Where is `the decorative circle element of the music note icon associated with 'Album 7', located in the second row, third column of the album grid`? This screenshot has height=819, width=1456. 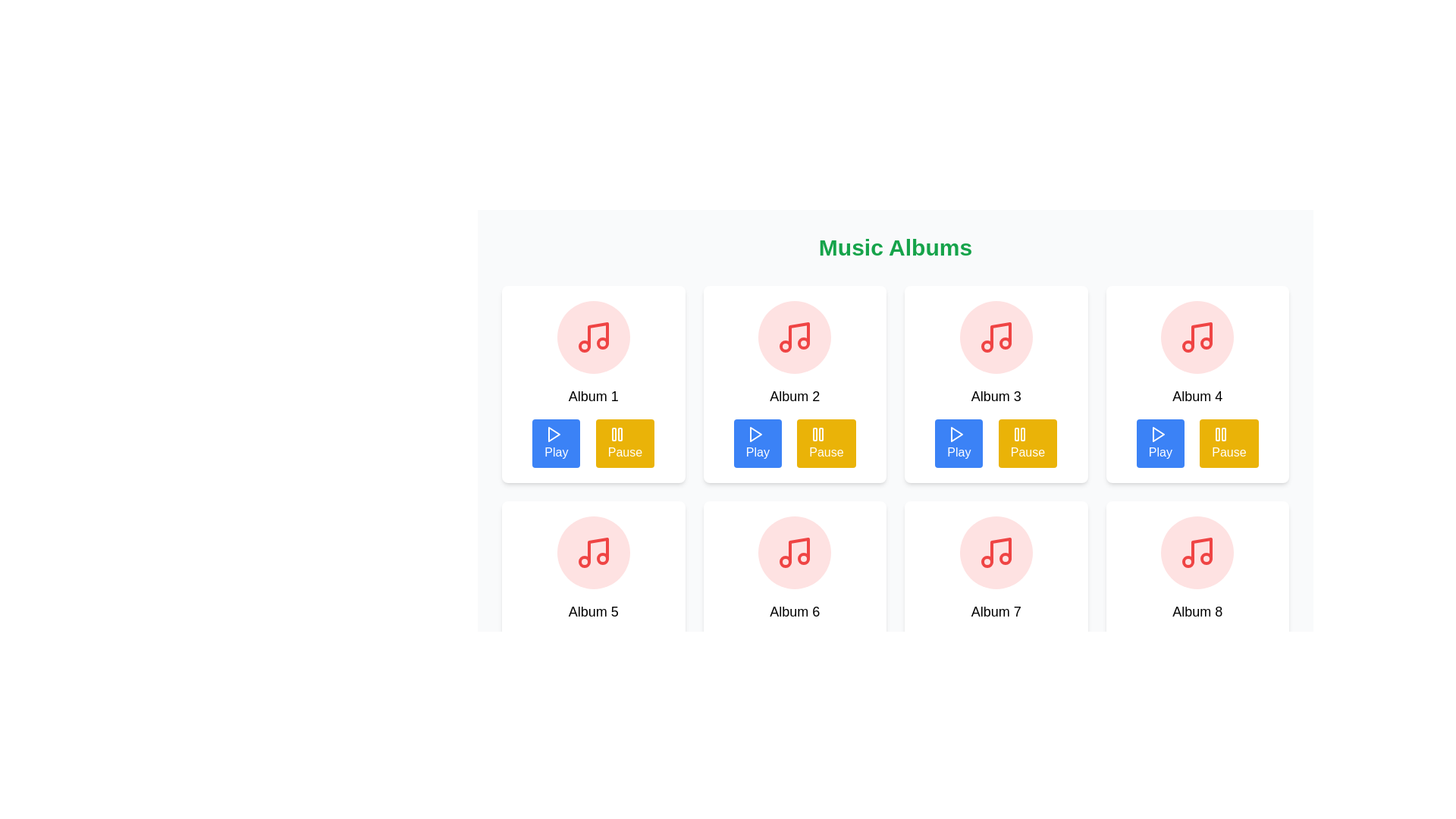 the decorative circle element of the music note icon associated with 'Album 7', located in the second row, third column of the album grid is located at coordinates (987, 561).